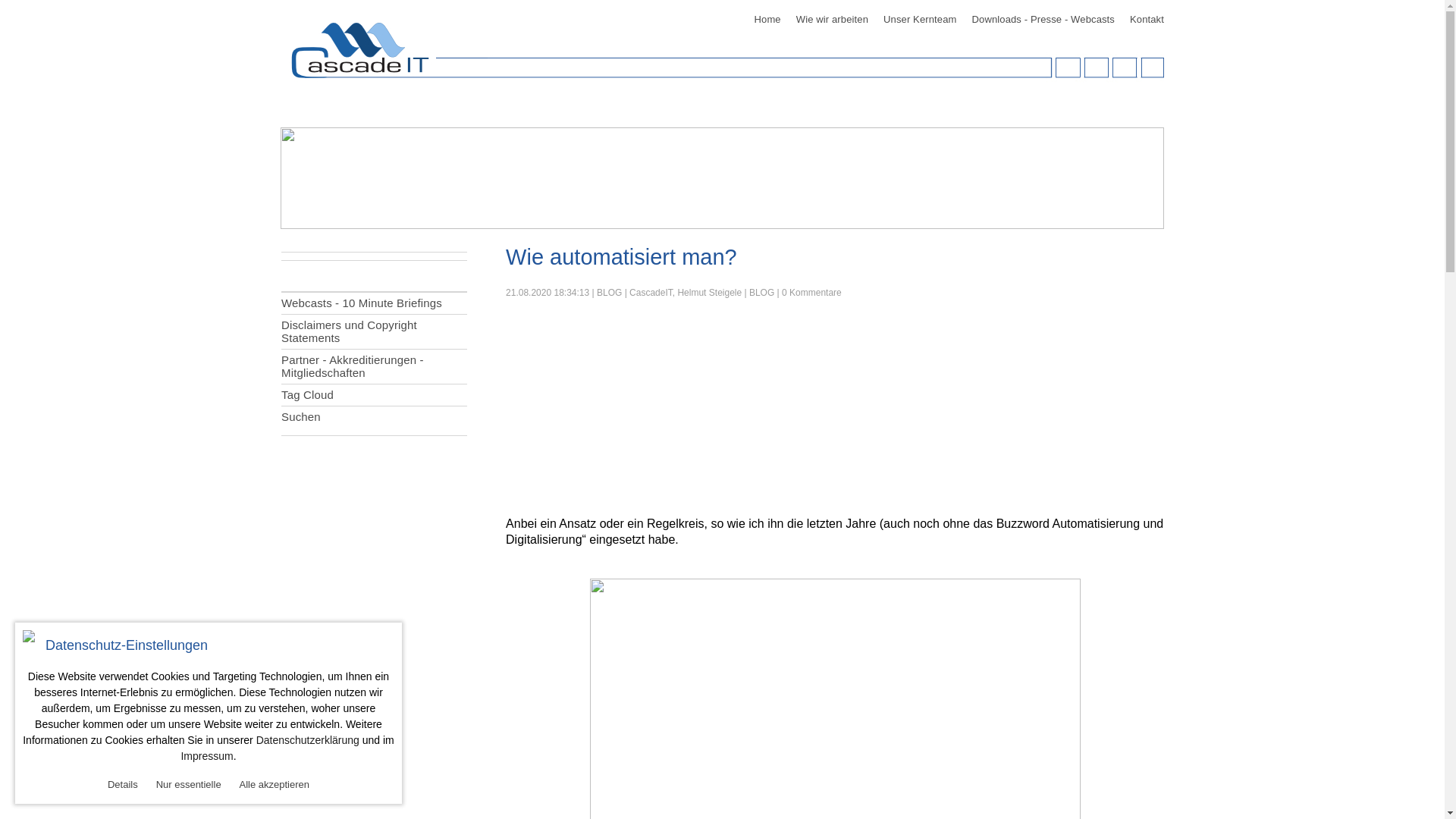 The width and height of the screenshot is (1456, 819). What do you see at coordinates (149, 783) in the screenshot?
I see `'Nur essentielle'` at bounding box center [149, 783].